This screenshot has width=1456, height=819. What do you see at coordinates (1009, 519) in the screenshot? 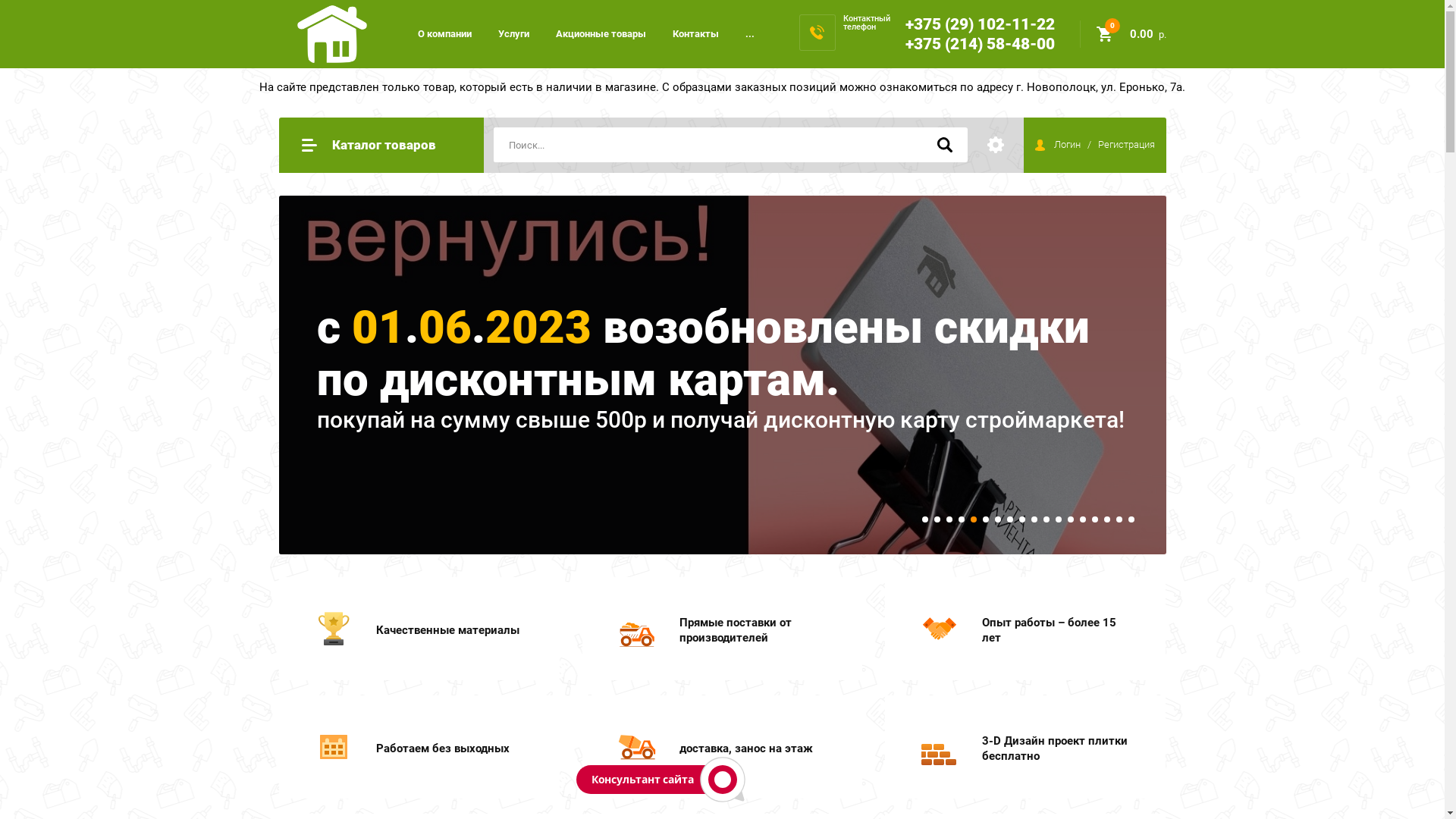
I see `'8'` at bounding box center [1009, 519].